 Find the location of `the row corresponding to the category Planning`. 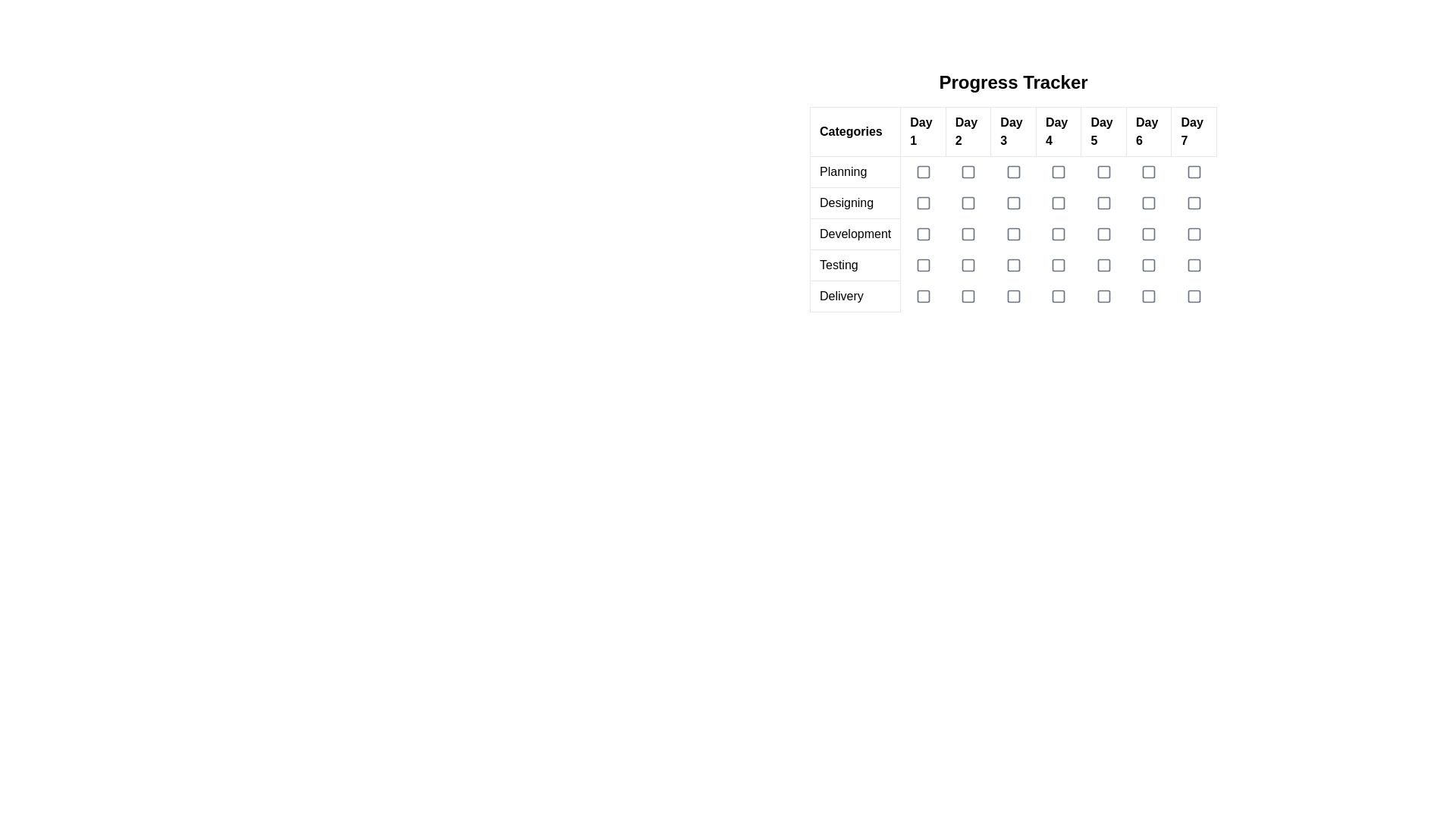

the row corresponding to the category Planning is located at coordinates (1013, 171).